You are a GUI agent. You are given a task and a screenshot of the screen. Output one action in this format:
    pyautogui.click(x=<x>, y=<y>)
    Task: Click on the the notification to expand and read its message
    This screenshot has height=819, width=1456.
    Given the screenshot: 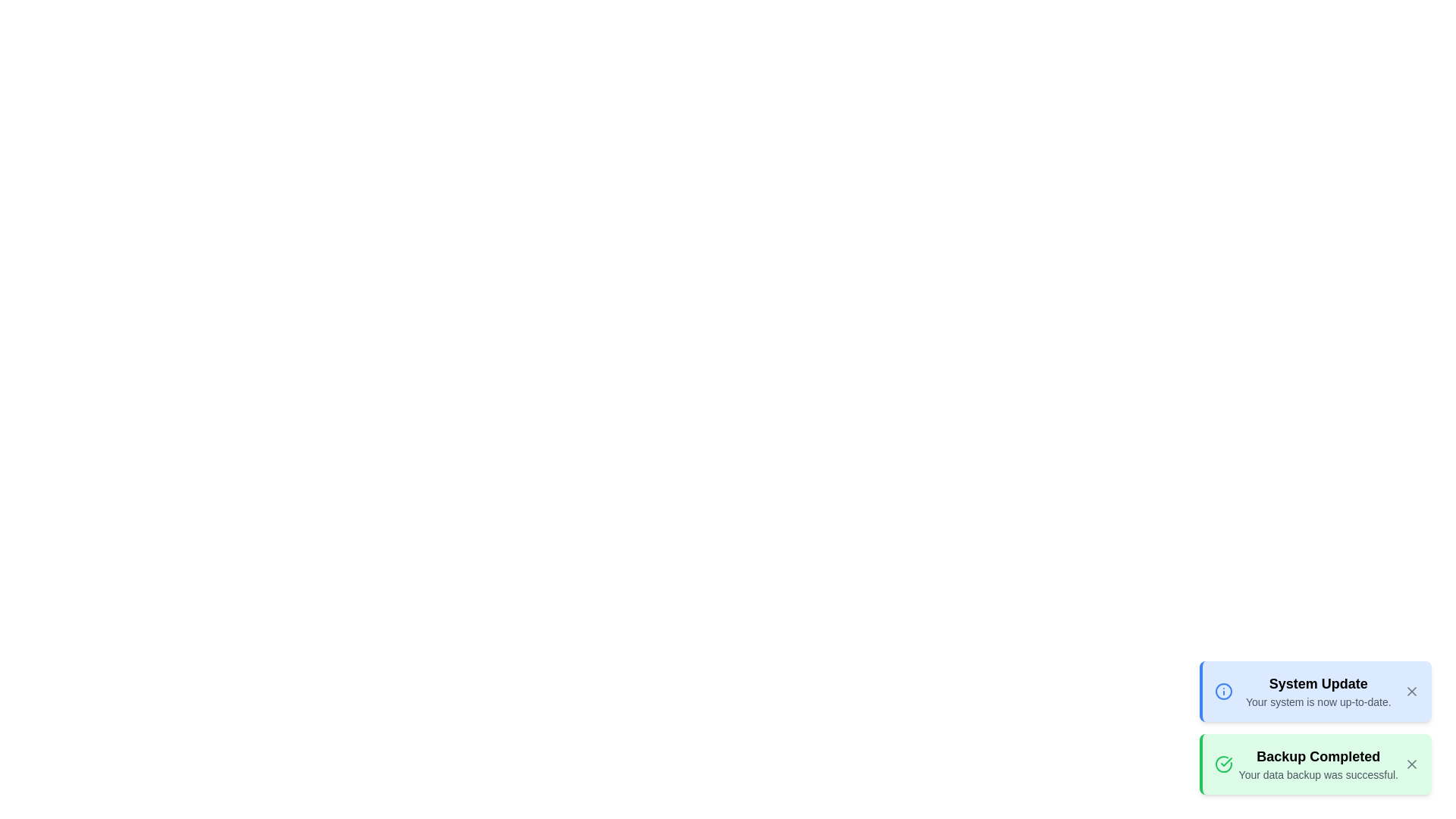 What is the action you would take?
    pyautogui.click(x=1313, y=727)
    